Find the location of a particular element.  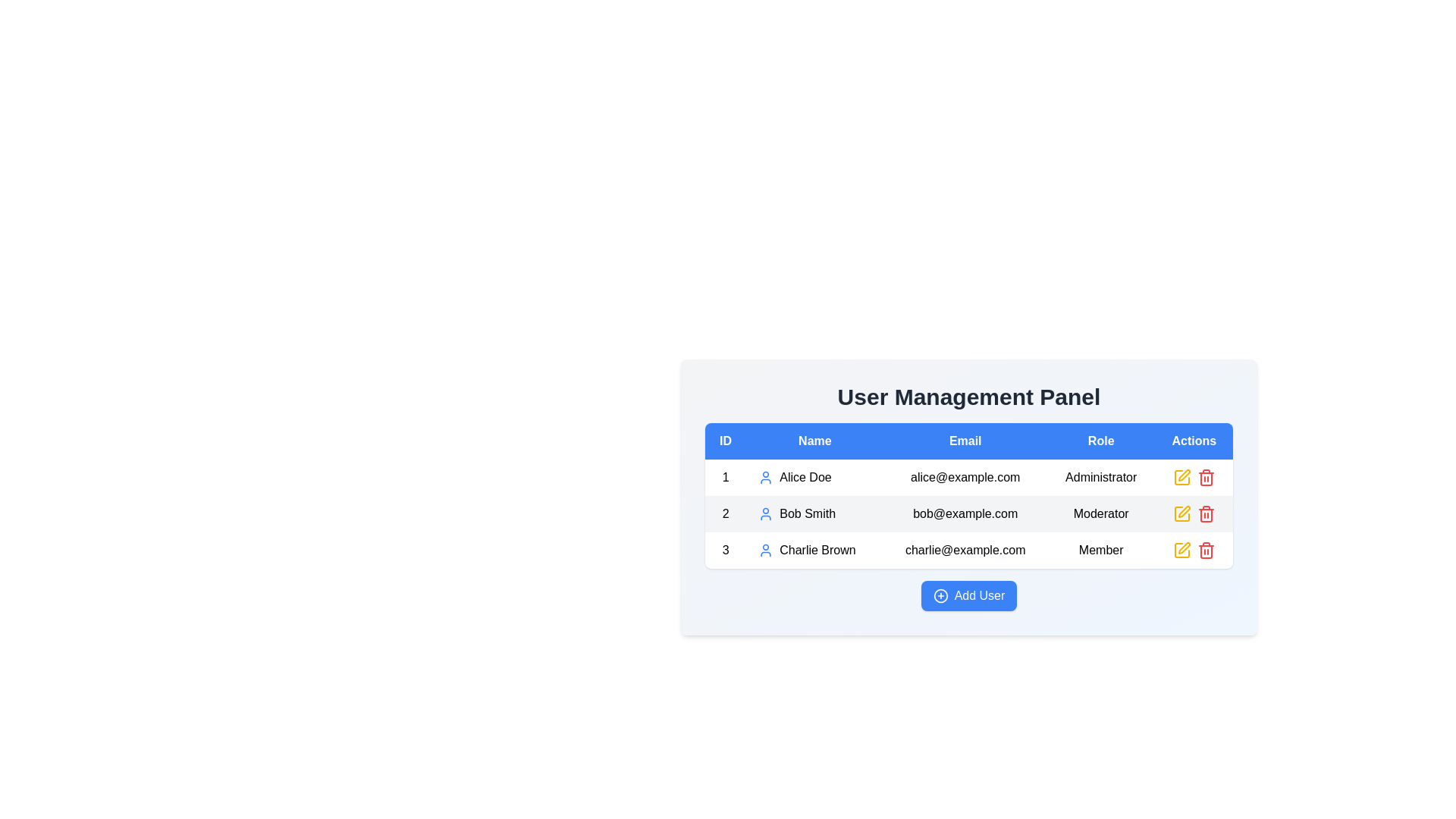

the vertical rectangular shape of the trash can body icon, which is the second delete icon in the Actions column for user 'Bob Smith' is located at coordinates (1205, 514).